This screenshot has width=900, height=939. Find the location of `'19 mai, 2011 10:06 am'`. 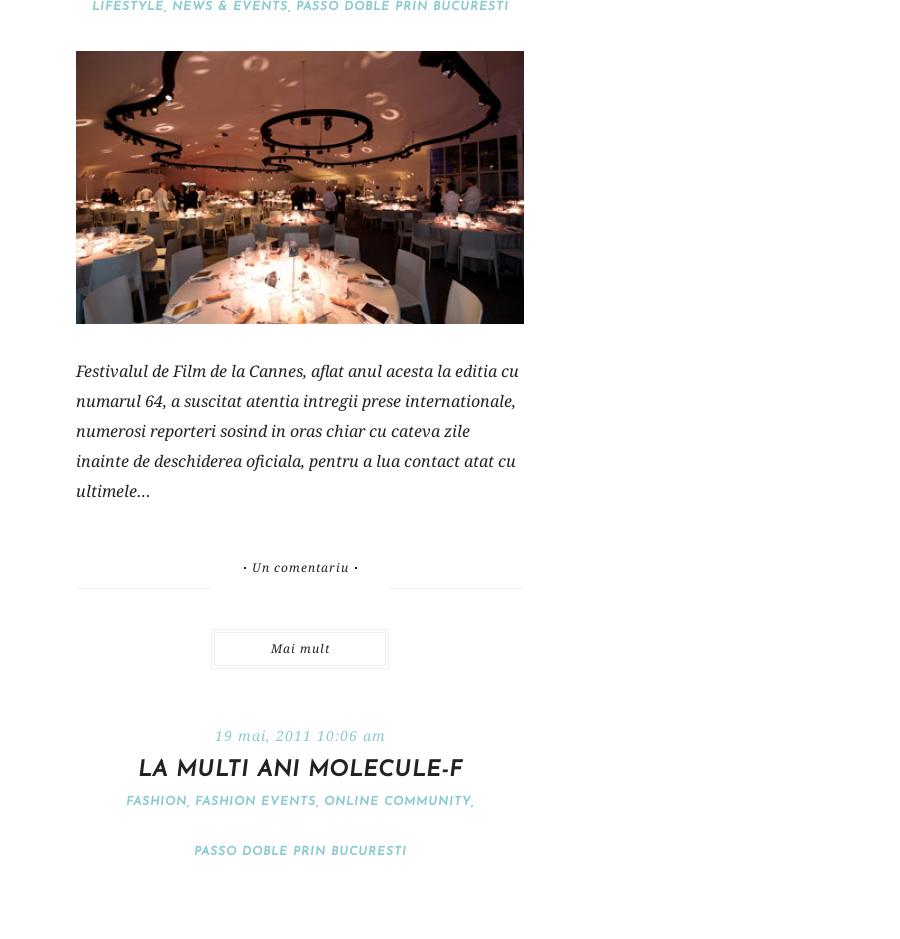

'19 mai, 2011 10:06 am' is located at coordinates (298, 735).